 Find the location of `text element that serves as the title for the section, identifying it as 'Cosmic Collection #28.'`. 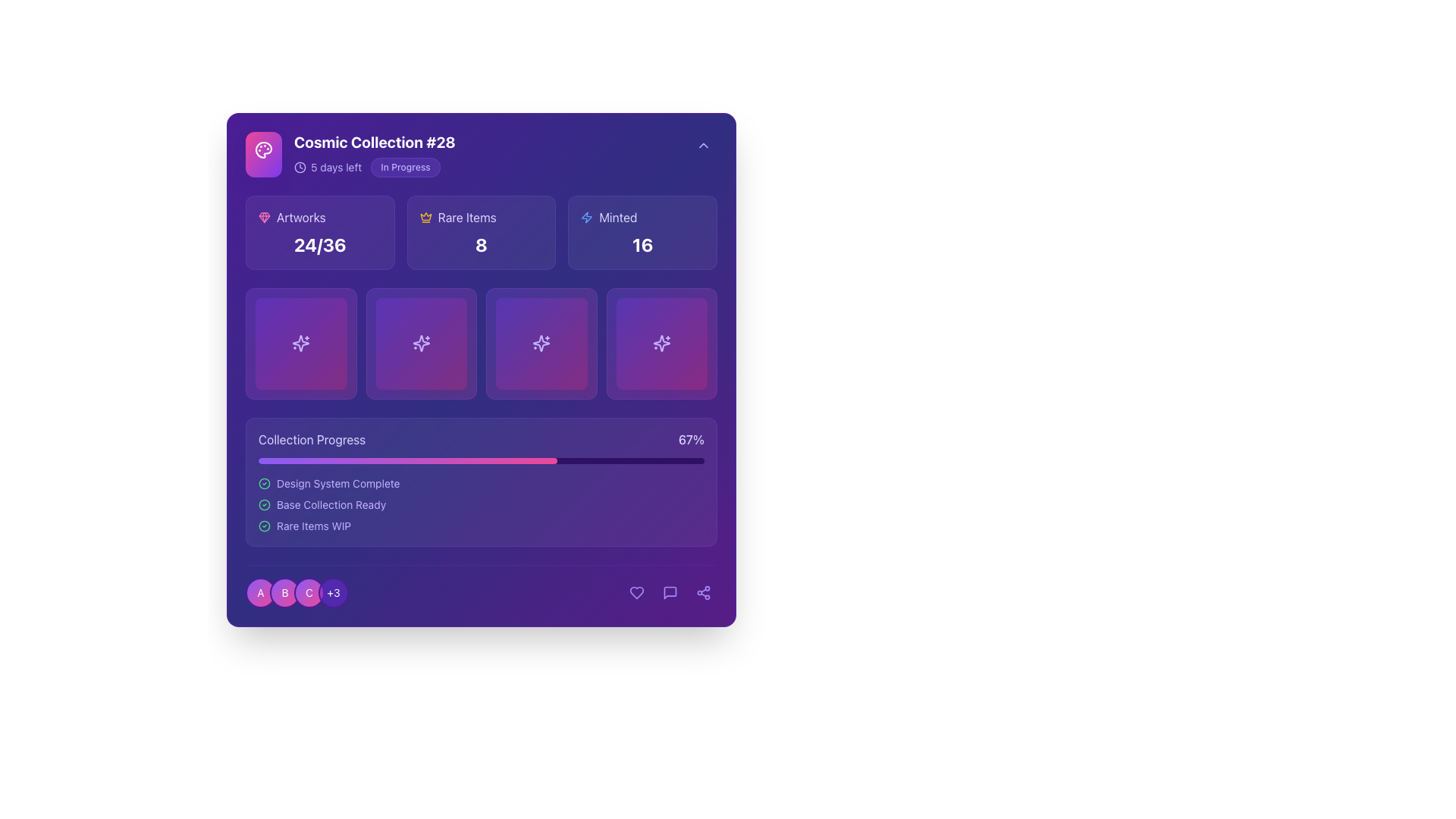

text element that serves as the title for the section, identifying it as 'Cosmic Collection #28.' is located at coordinates (375, 143).